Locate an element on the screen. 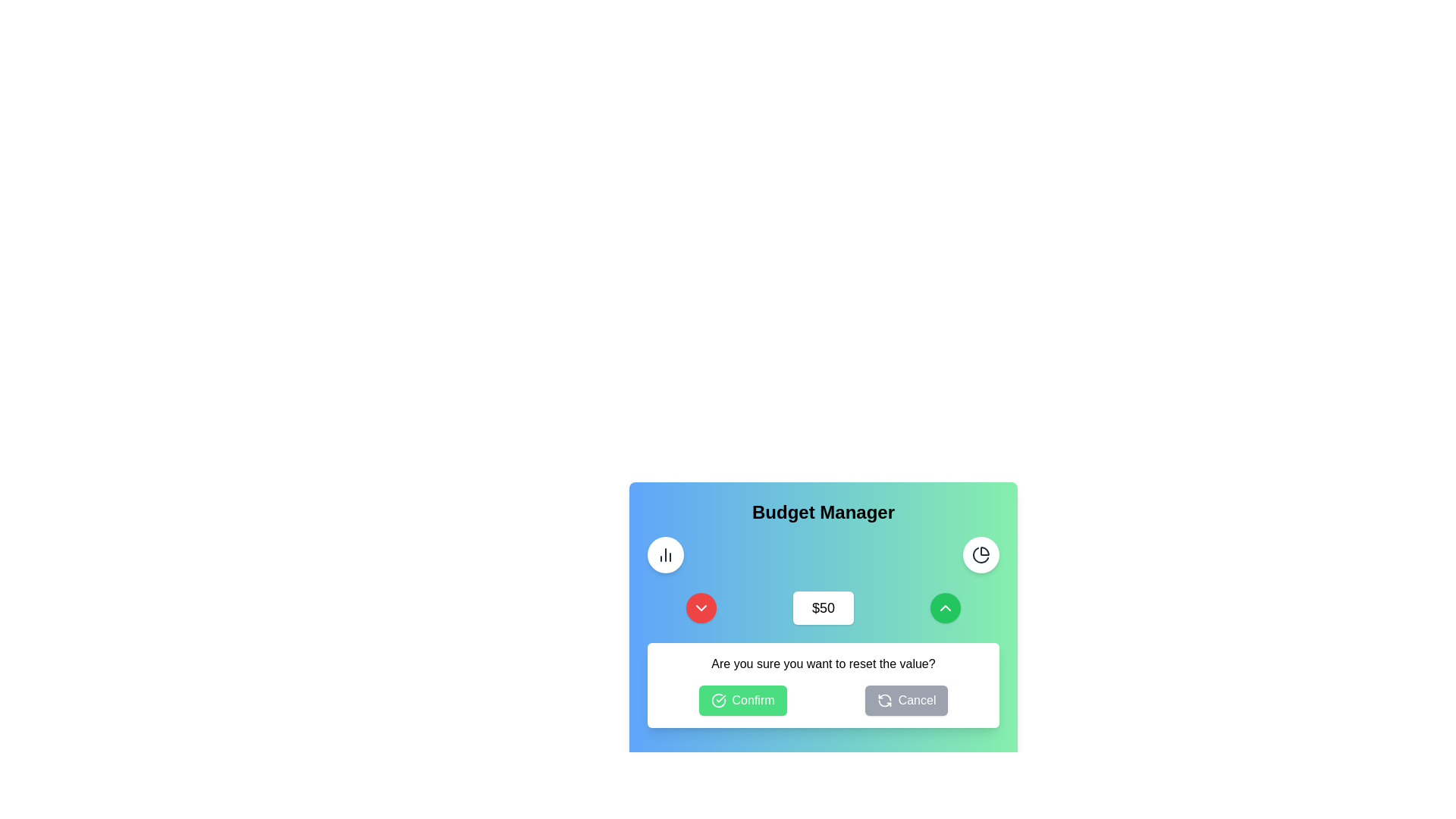  the increment button located in the Control group below the 'Budget Manager' title to increase the displayed value is located at coordinates (822, 607).